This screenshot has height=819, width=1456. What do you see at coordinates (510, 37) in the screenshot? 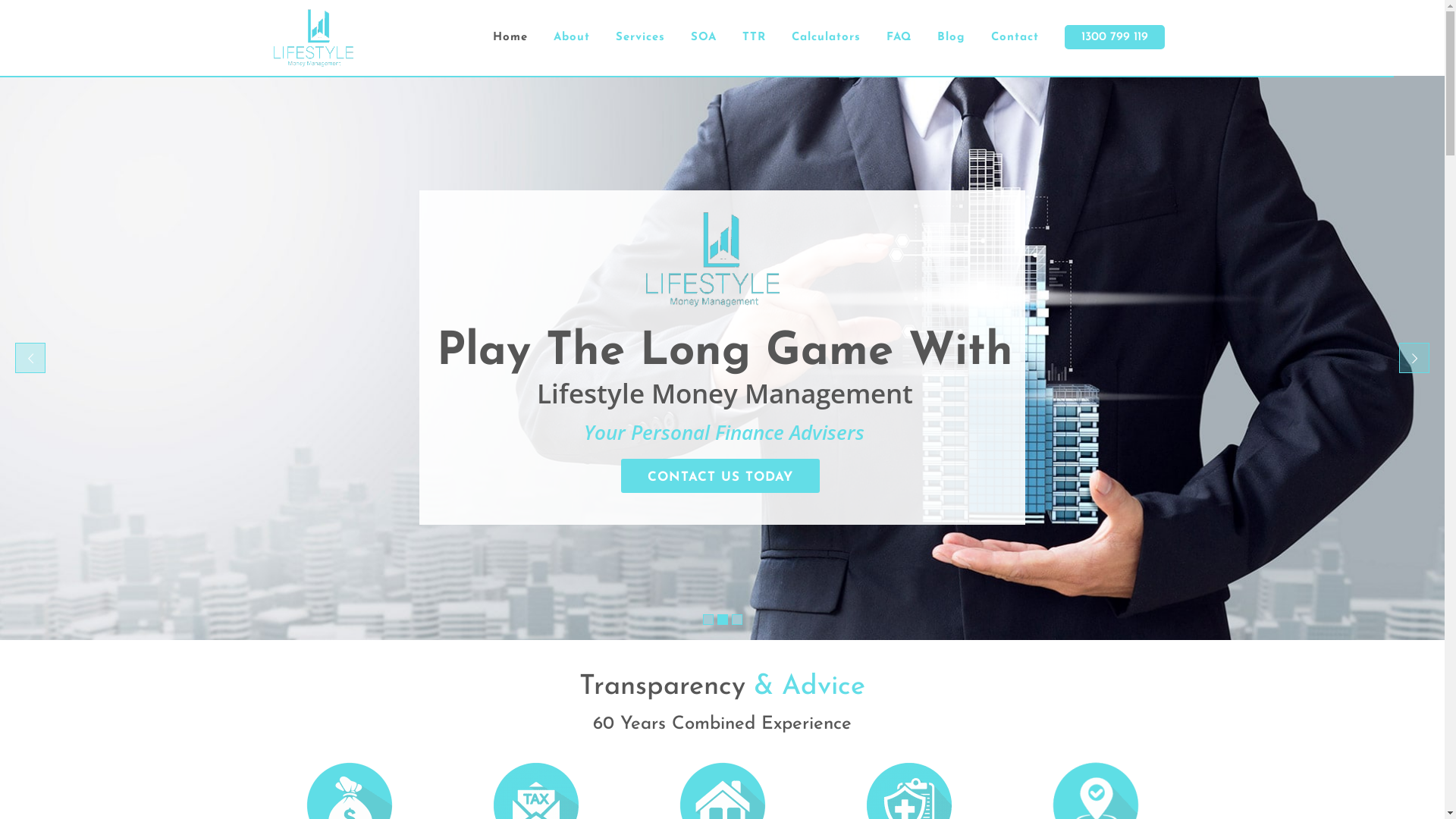
I see `'Home'` at bounding box center [510, 37].